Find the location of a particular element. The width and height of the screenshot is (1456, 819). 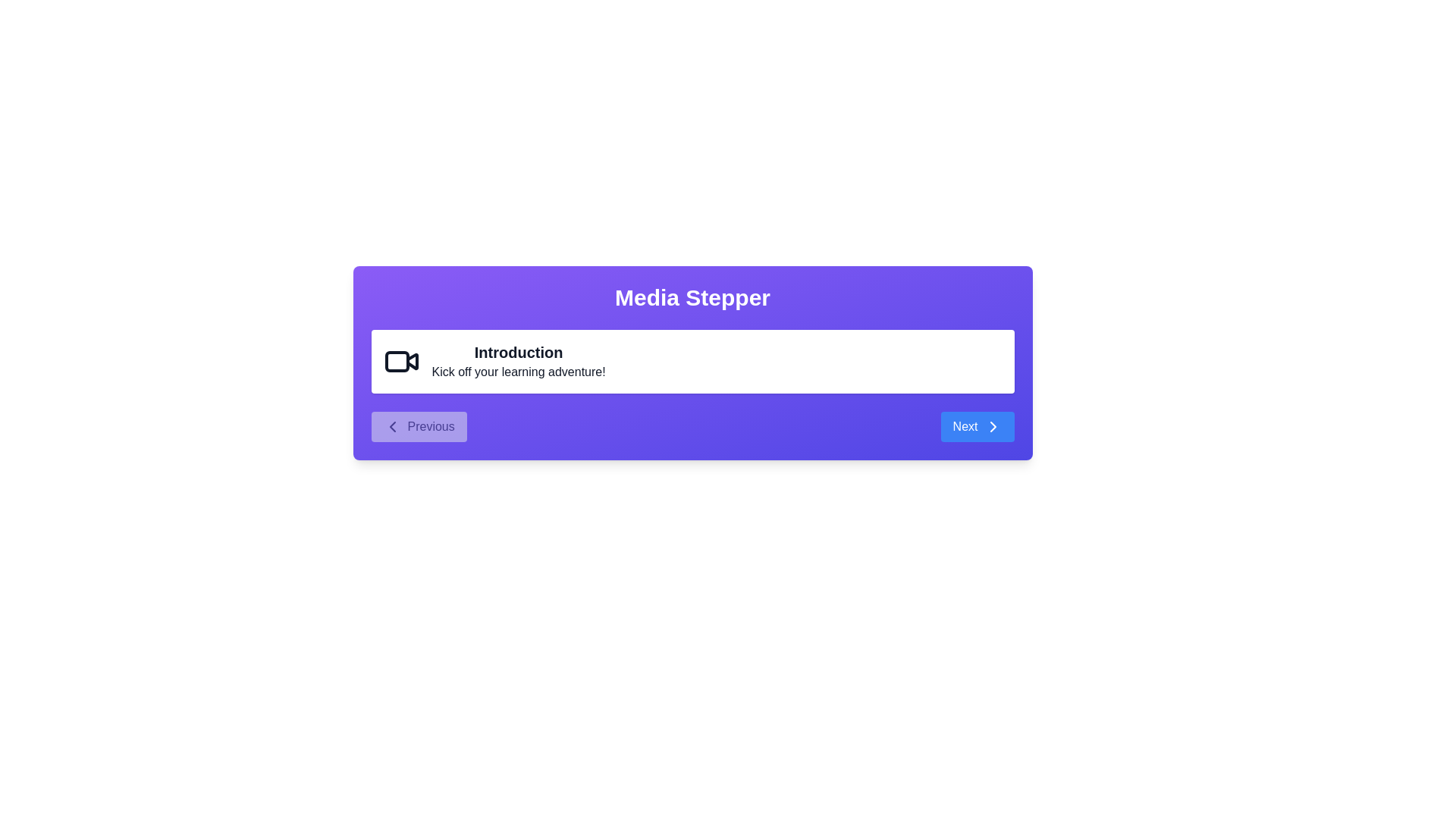

the icon representing the current step in the MediaContentStepper component is located at coordinates (401, 362).